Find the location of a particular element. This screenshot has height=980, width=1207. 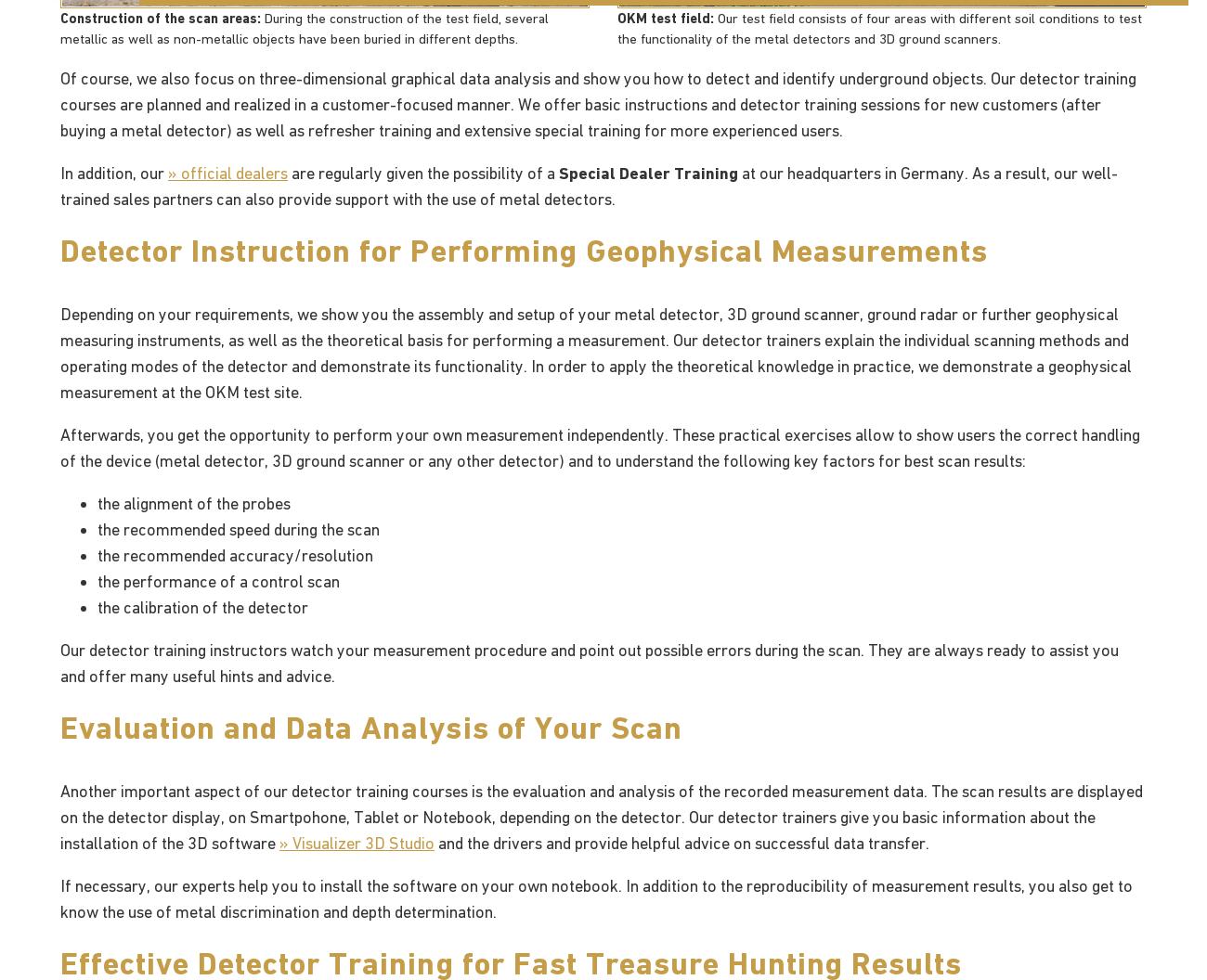

'During the construction of the test field, several metallic as well as non-metallic objects have been buried in different depths.' is located at coordinates (303, 27).